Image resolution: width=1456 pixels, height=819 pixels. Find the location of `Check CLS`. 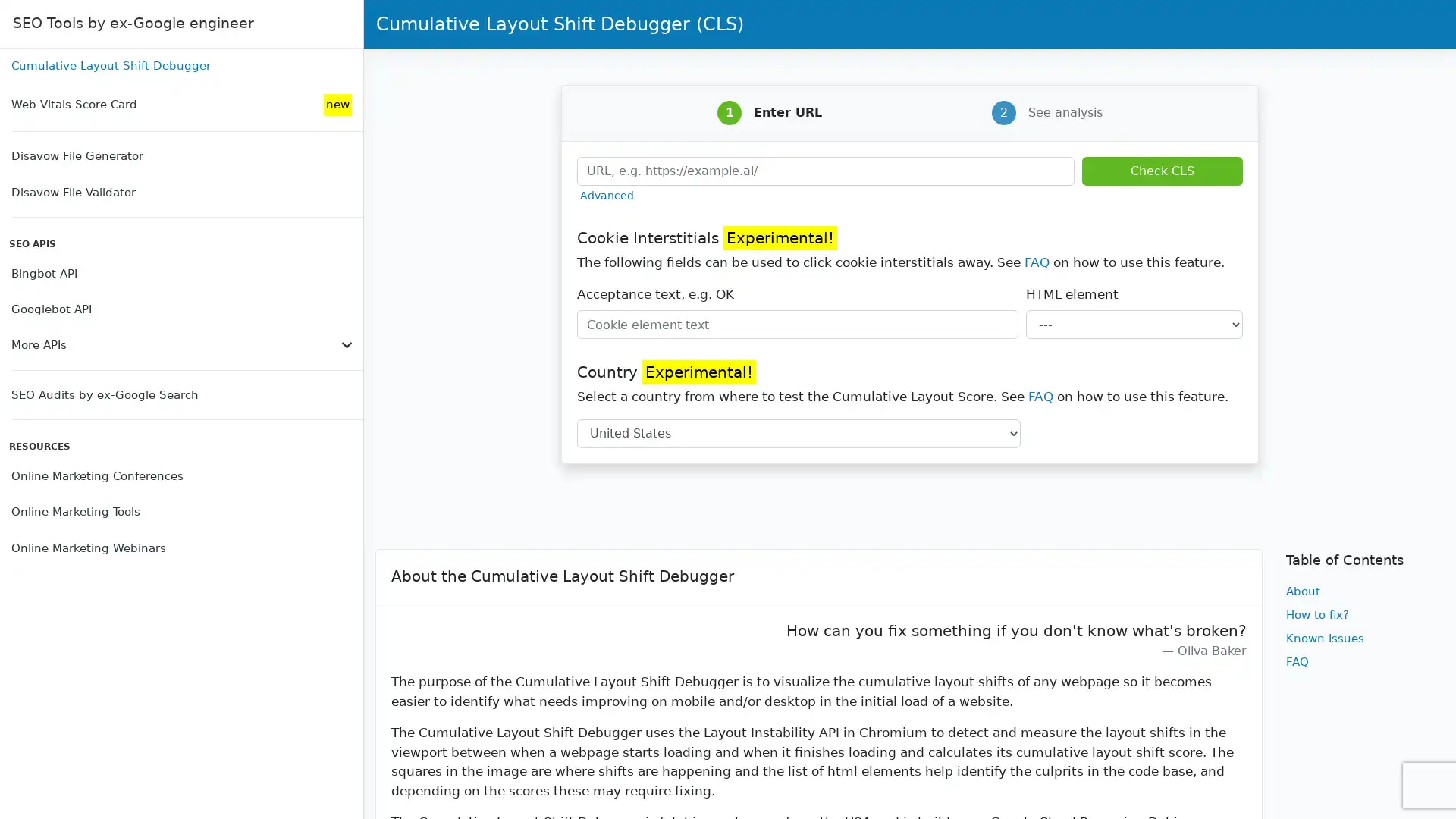

Check CLS is located at coordinates (1161, 170).